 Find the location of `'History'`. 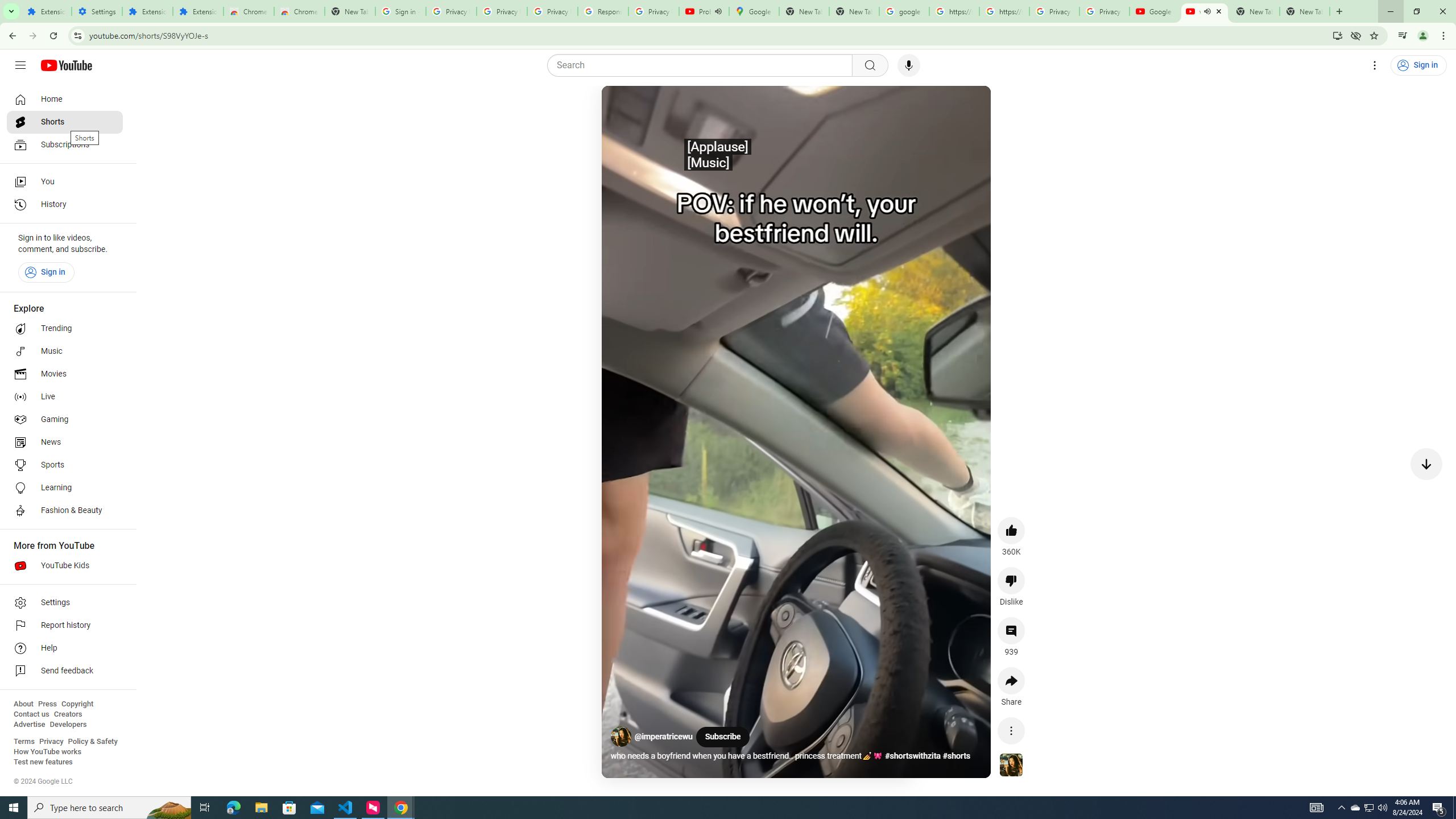

'History' is located at coordinates (64, 205).